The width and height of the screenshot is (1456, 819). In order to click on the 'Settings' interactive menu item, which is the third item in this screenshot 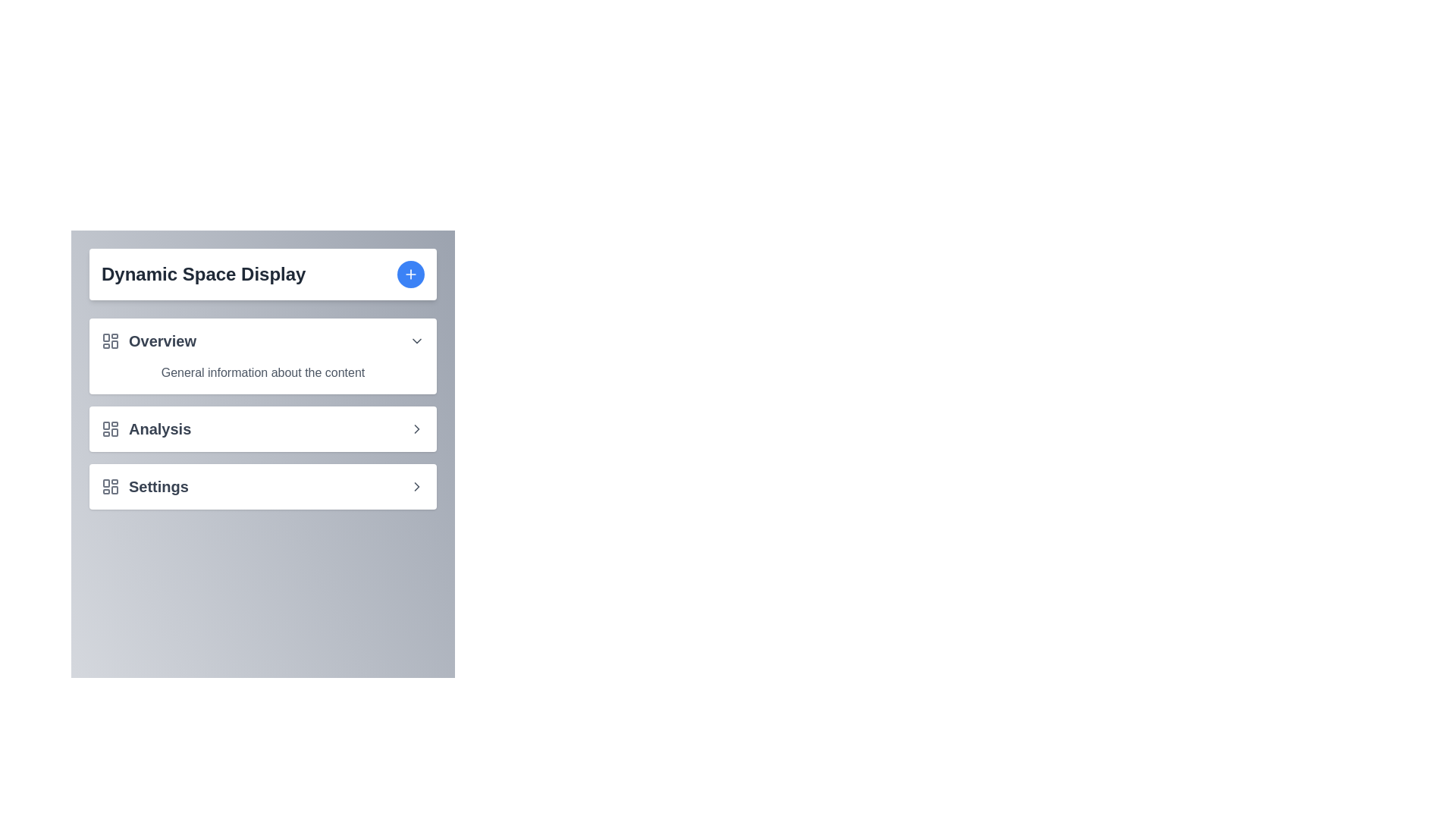, I will do `click(145, 486)`.